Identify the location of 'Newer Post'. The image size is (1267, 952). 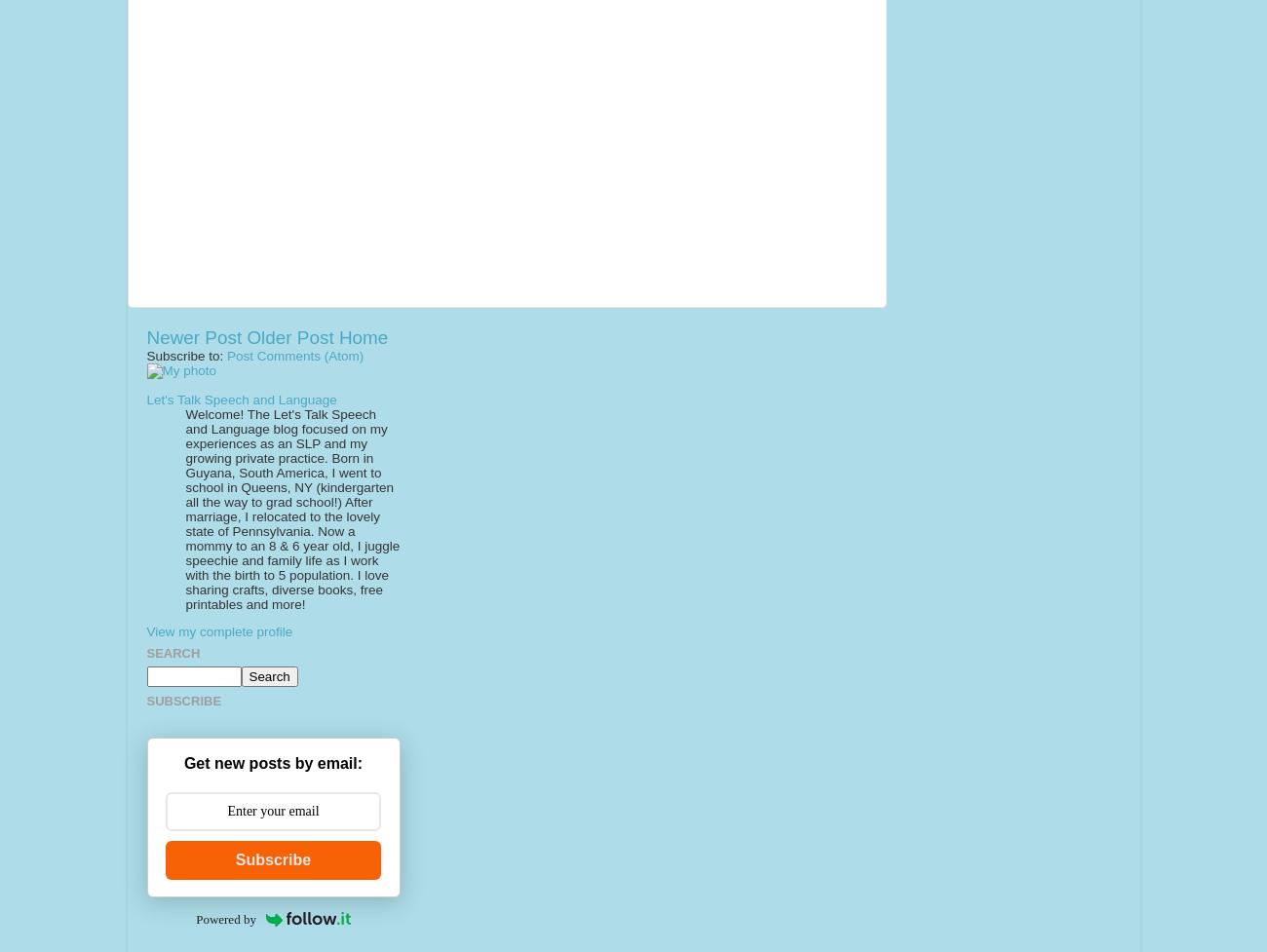
(145, 337).